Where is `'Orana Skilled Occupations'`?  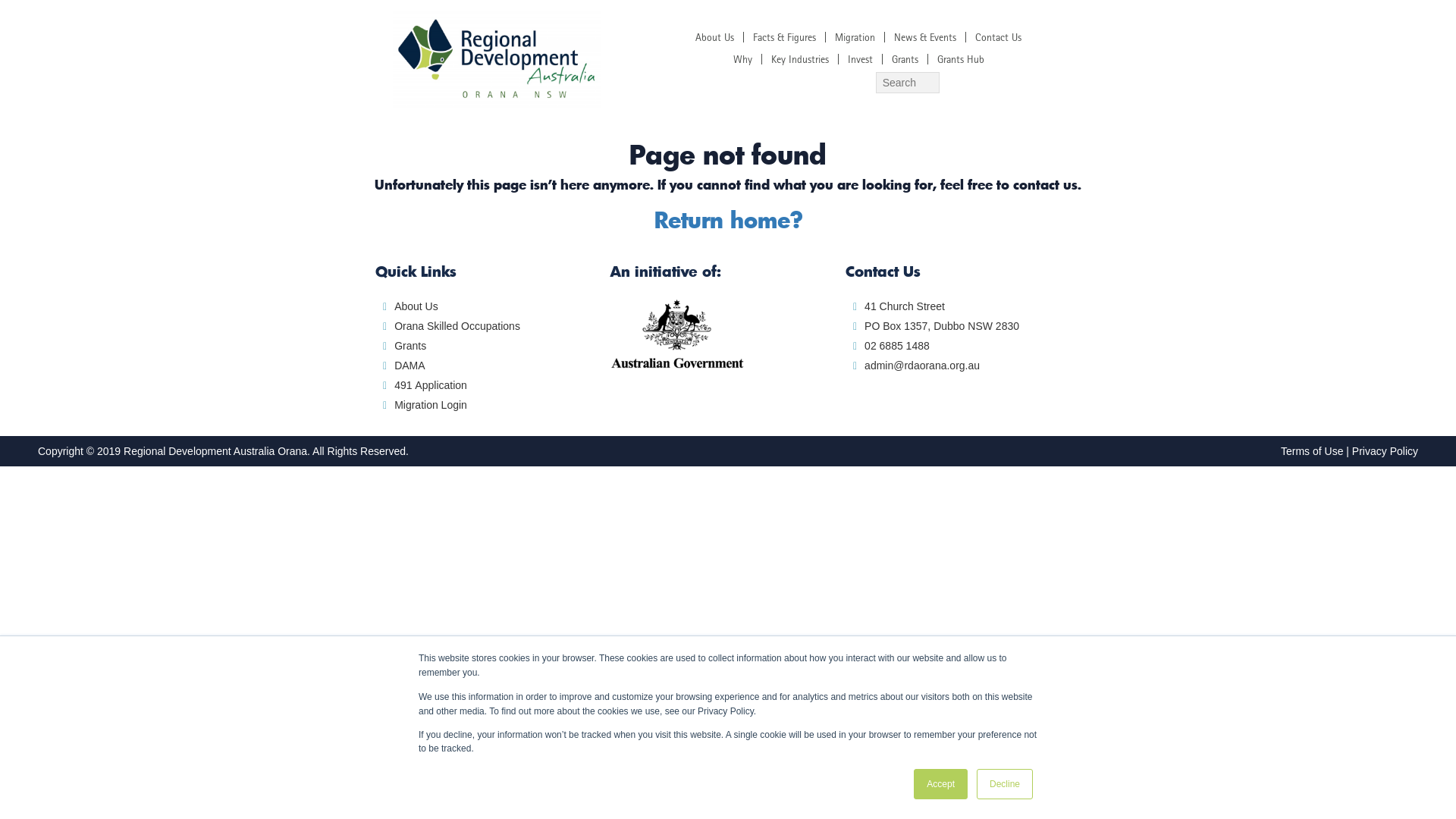 'Orana Skilled Occupations' is located at coordinates (457, 325).